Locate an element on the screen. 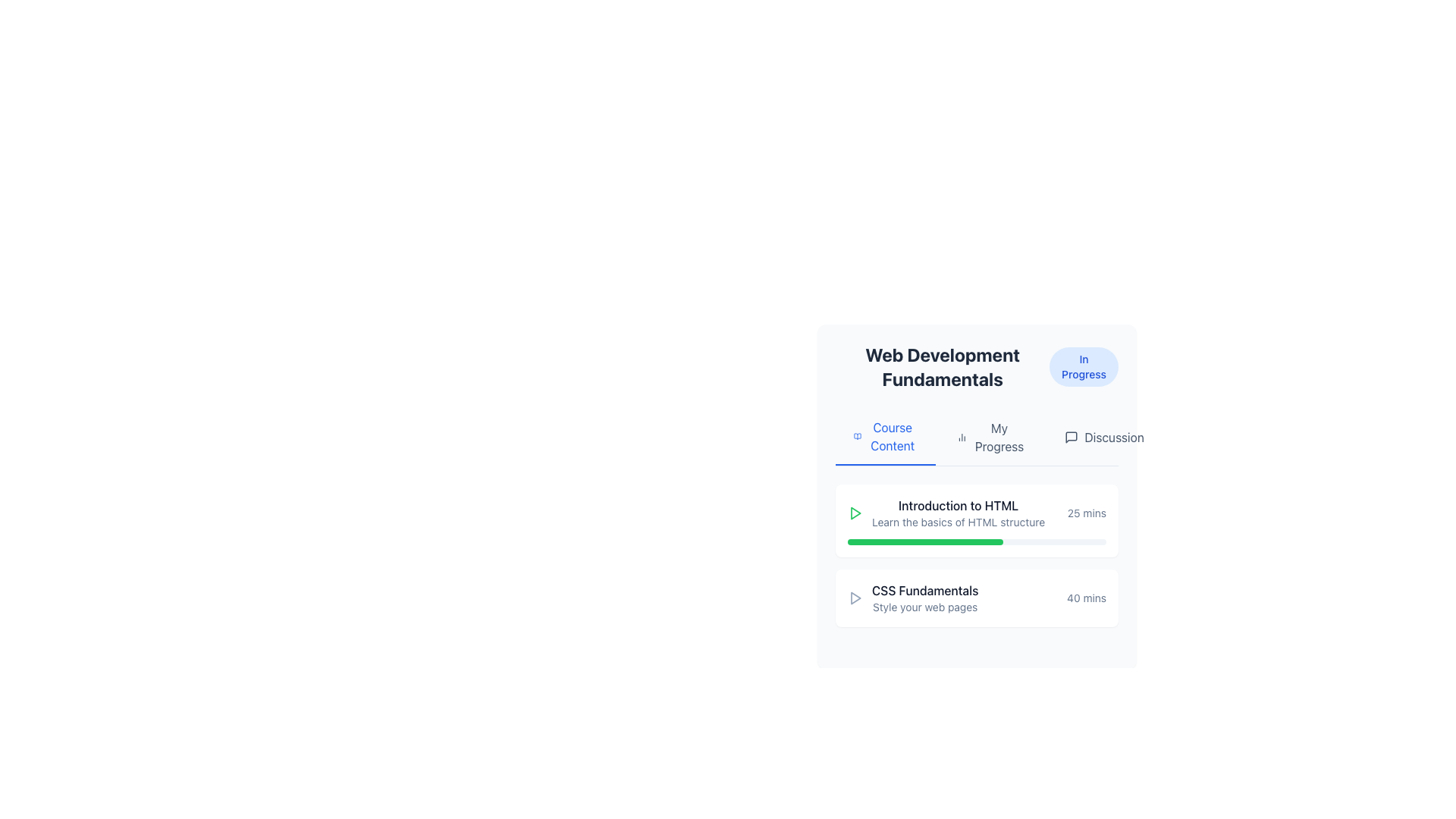 This screenshot has height=819, width=1456. visual progress indicated by the progress bar component located beneath the 'Introduction to HTML' learning module in the 'Web Development Fundamentals' course section is located at coordinates (924, 541).